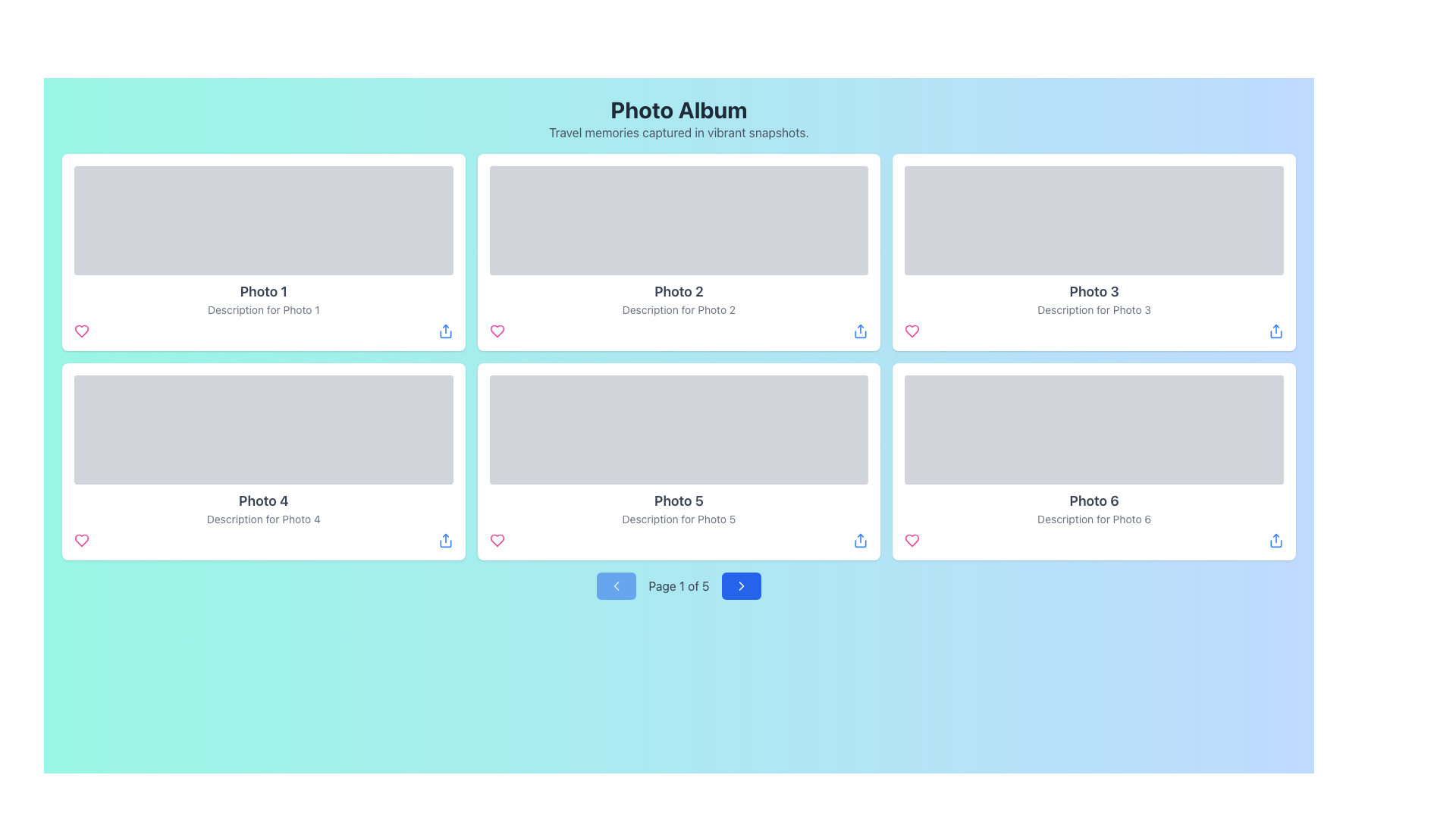 This screenshot has height=819, width=1456. What do you see at coordinates (741, 585) in the screenshot?
I see `the navigation button located at the bottom center of the interface, to the right of the 'Page 1 of 5' label` at bounding box center [741, 585].